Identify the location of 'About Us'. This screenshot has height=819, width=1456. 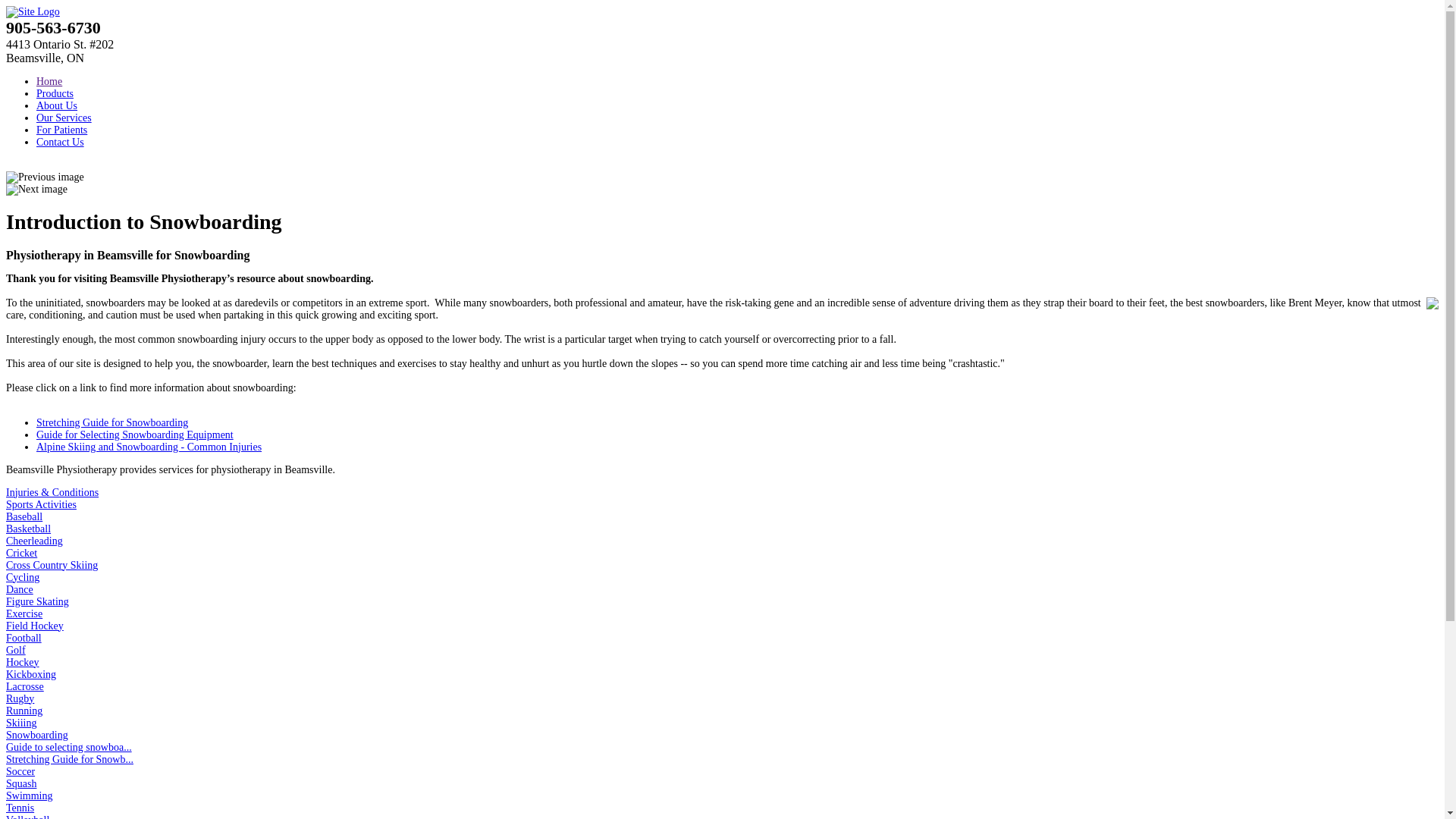
(57, 105).